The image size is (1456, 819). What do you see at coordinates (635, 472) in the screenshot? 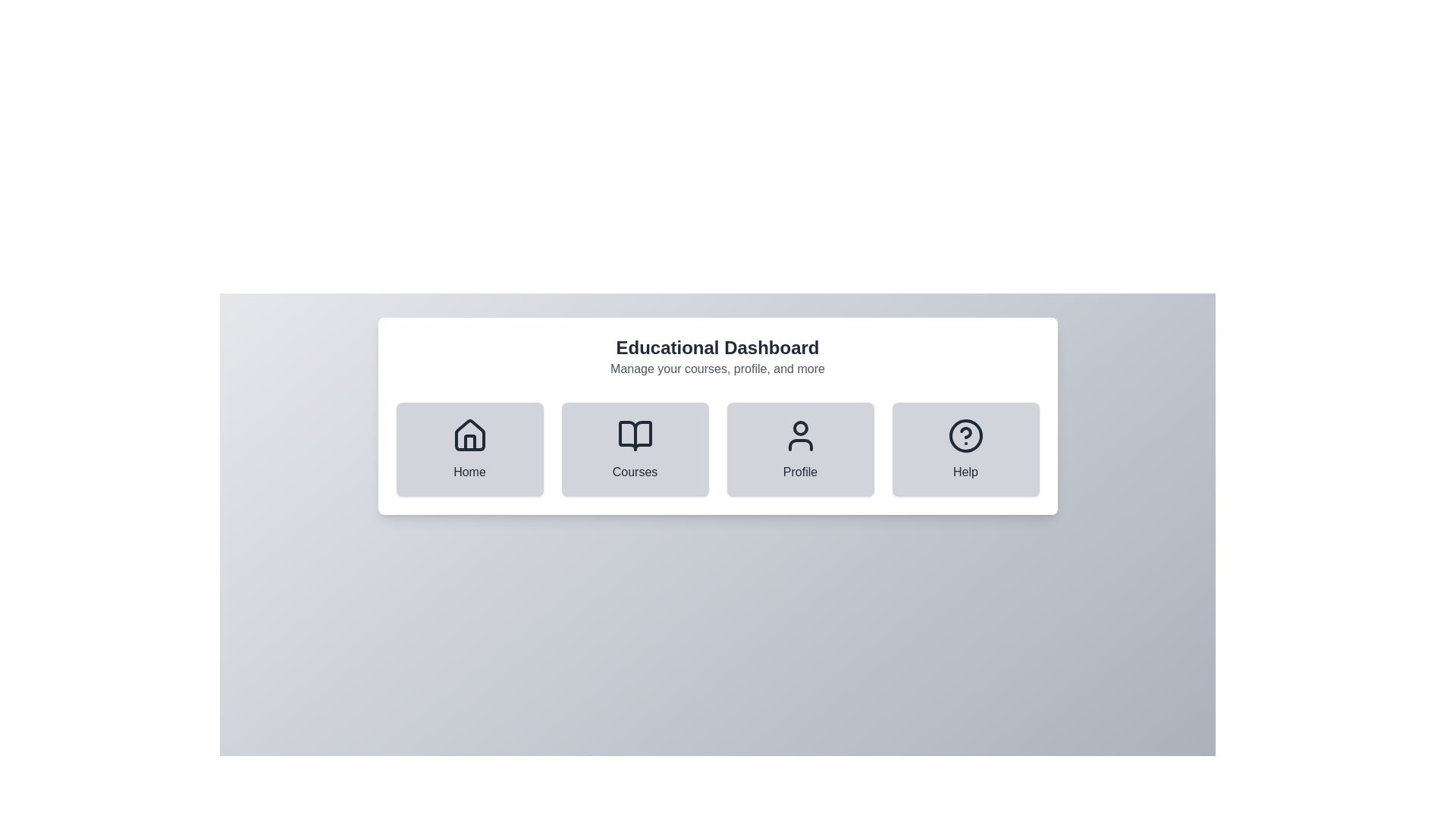
I see `the 'Courses' text label located at the bottom-center of the second card in a horizontal row of four cards, which is positioned directly under a book-like icon` at bounding box center [635, 472].